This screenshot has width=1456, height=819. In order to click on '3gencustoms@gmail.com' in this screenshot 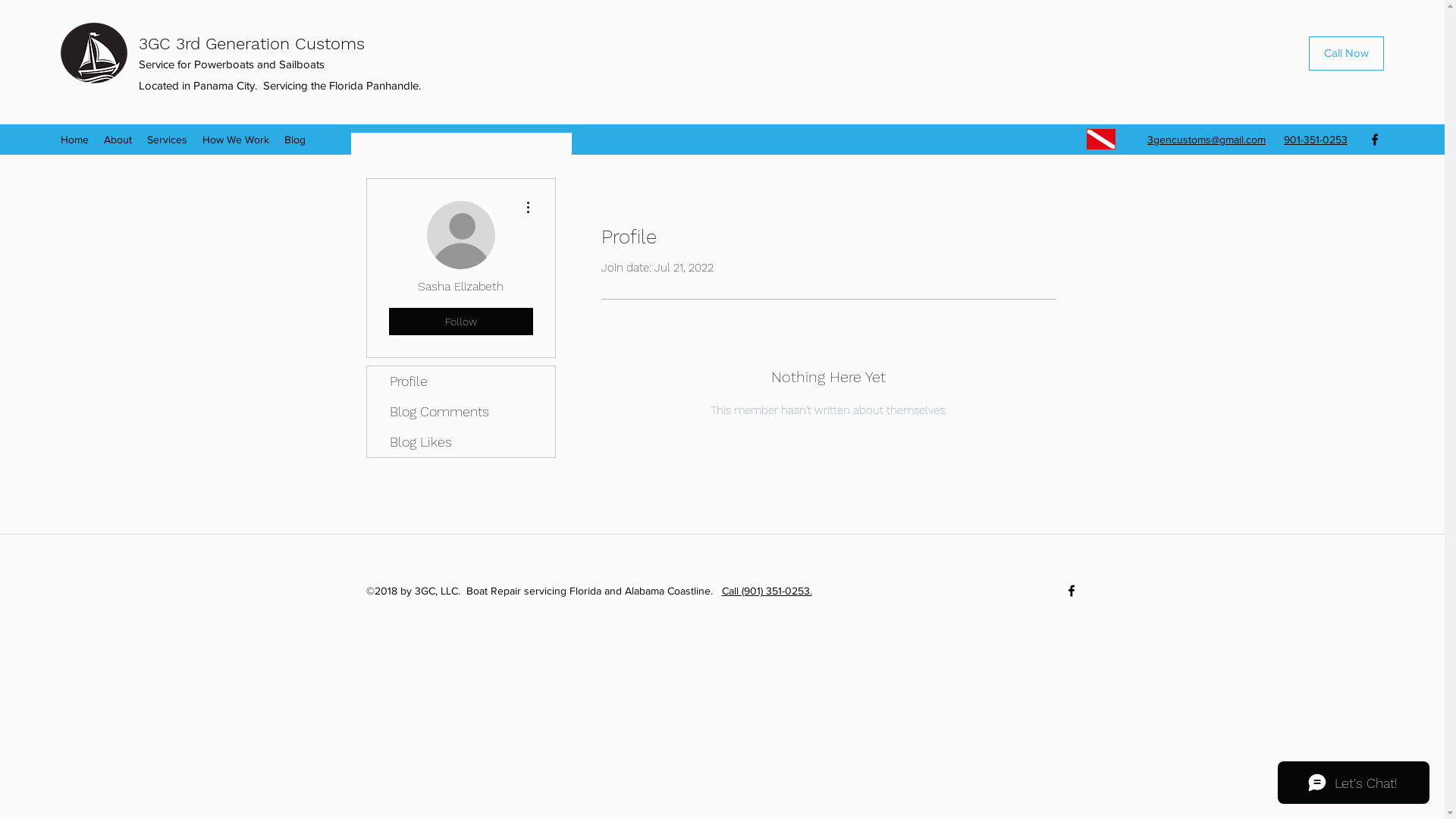, I will do `click(1205, 140)`.